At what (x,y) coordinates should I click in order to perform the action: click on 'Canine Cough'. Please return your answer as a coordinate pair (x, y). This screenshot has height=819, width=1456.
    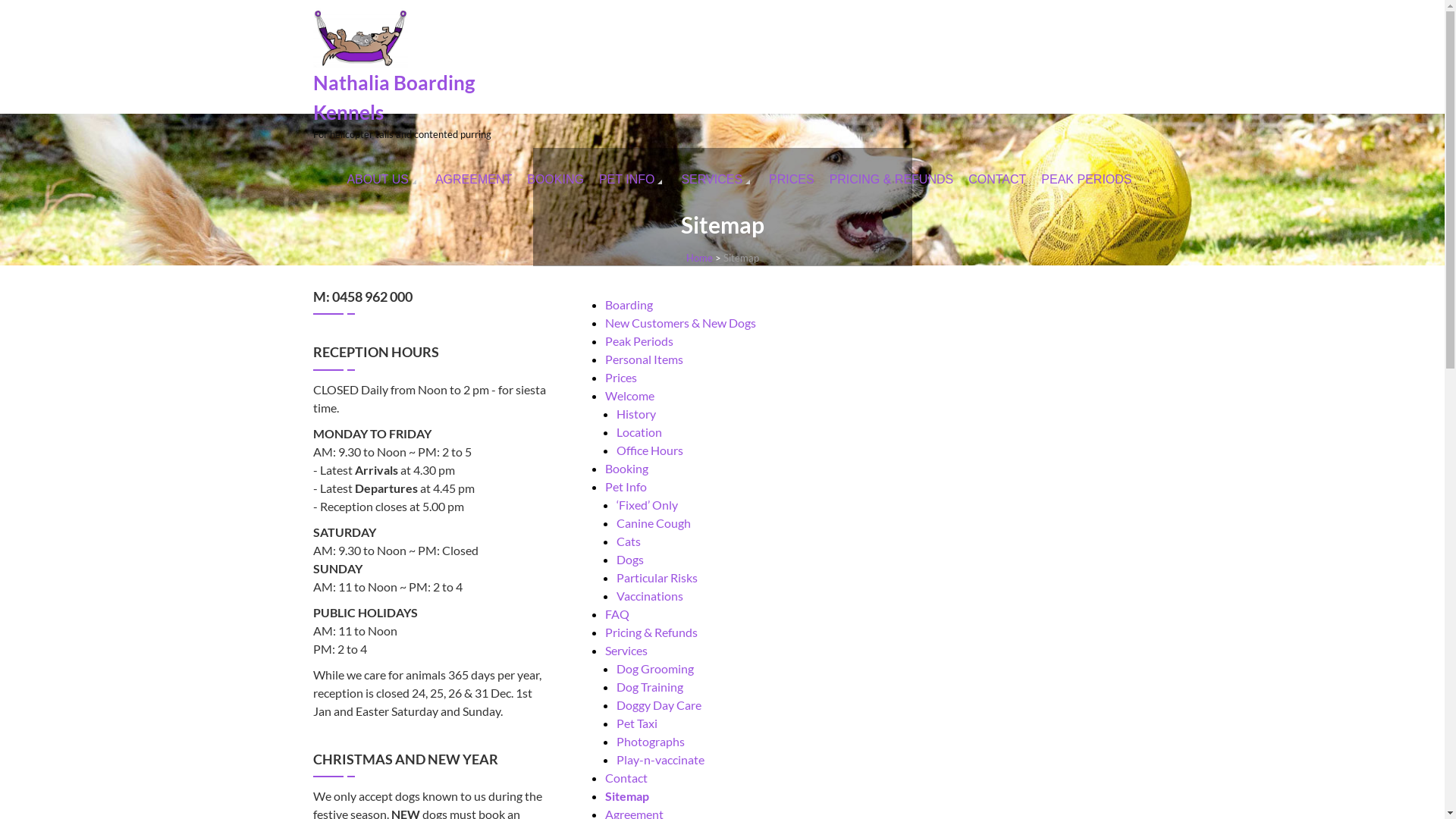
    Looking at the image, I should click on (654, 522).